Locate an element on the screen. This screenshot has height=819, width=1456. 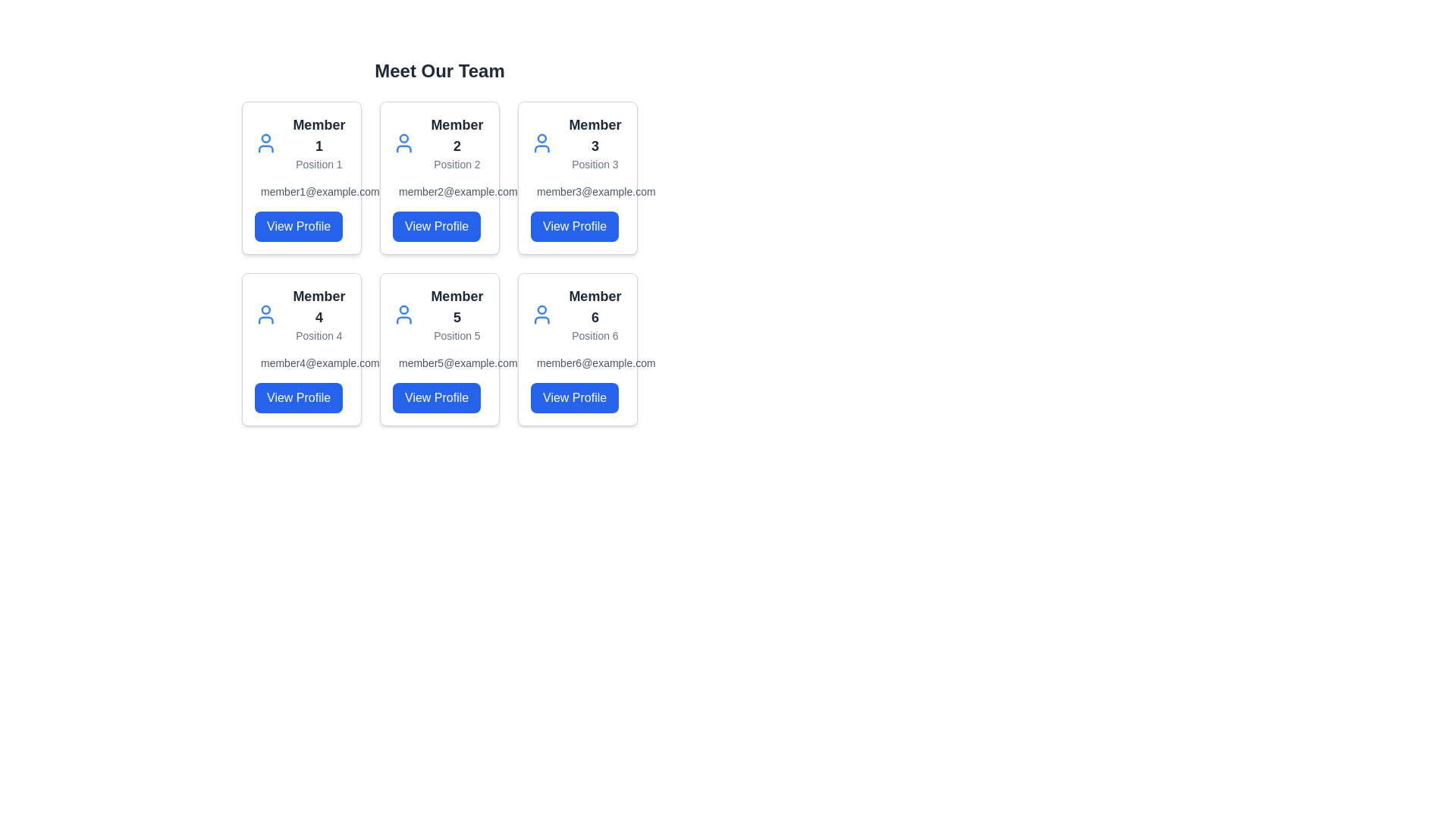
the user profile icon for 'Member 5', which is located in the center column of the second row of the grid is located at coordinates (403, 314).